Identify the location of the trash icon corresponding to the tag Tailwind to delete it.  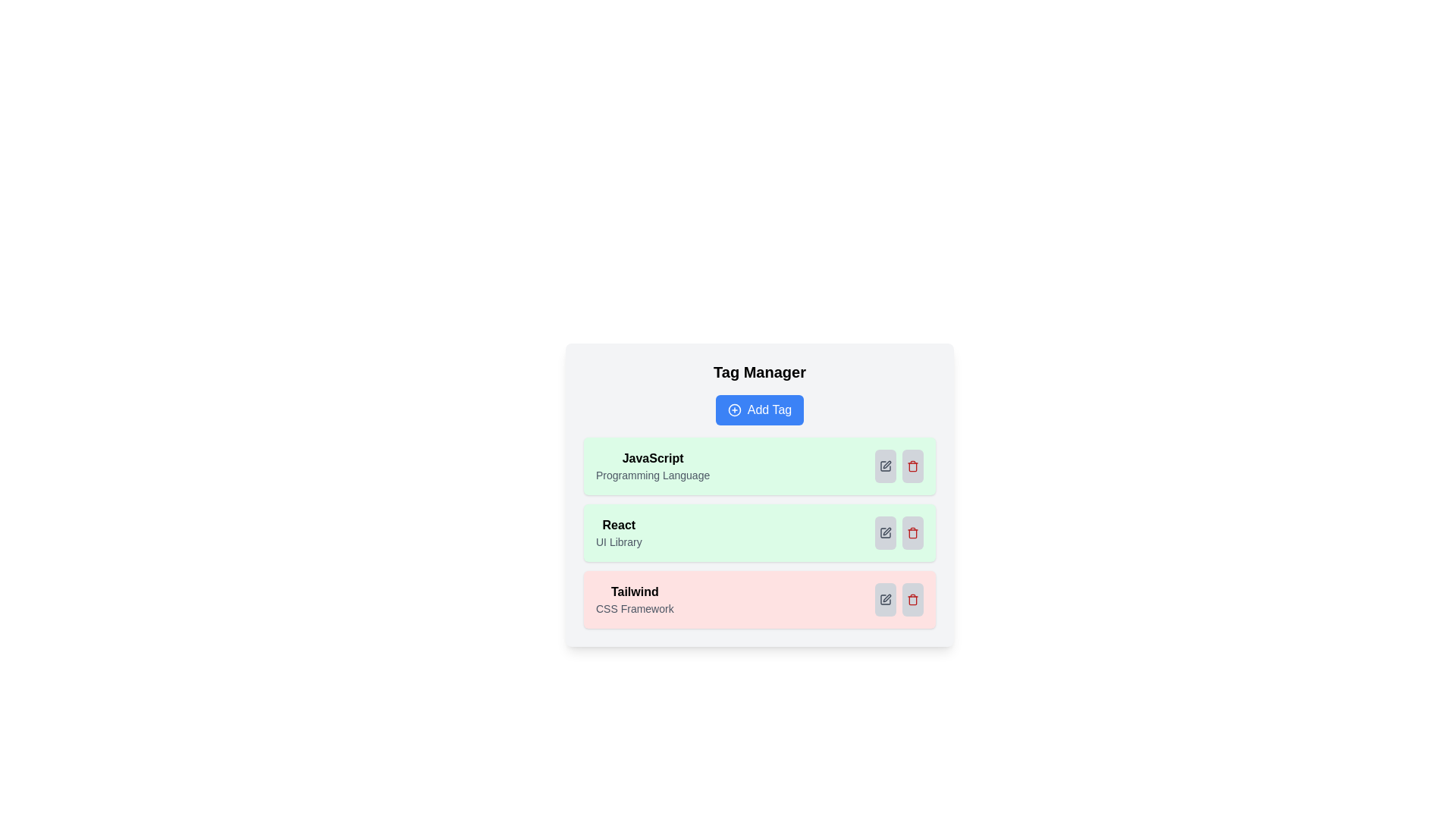
(912, 598).